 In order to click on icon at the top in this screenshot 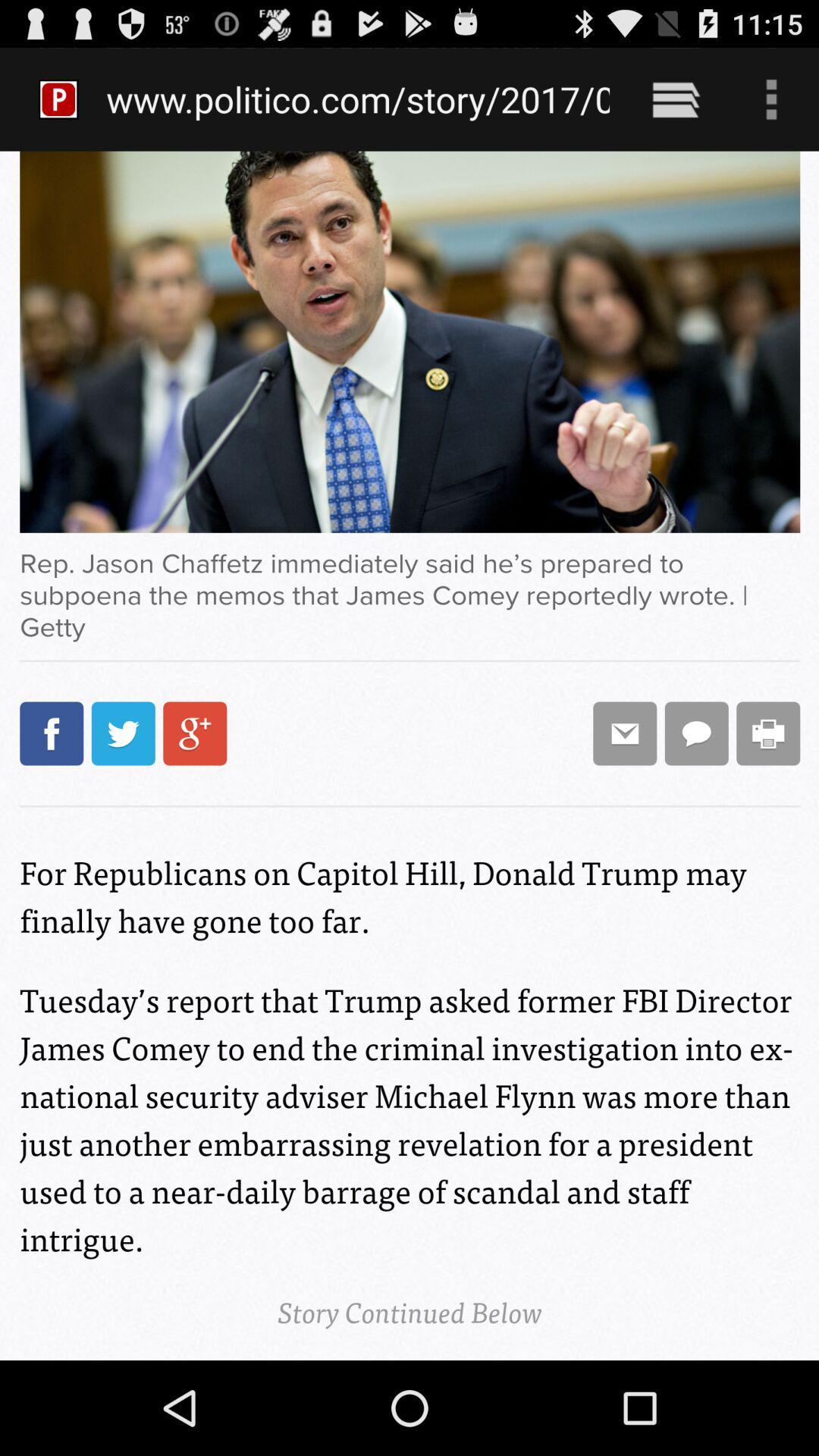, I will do `click(358, 99)`.